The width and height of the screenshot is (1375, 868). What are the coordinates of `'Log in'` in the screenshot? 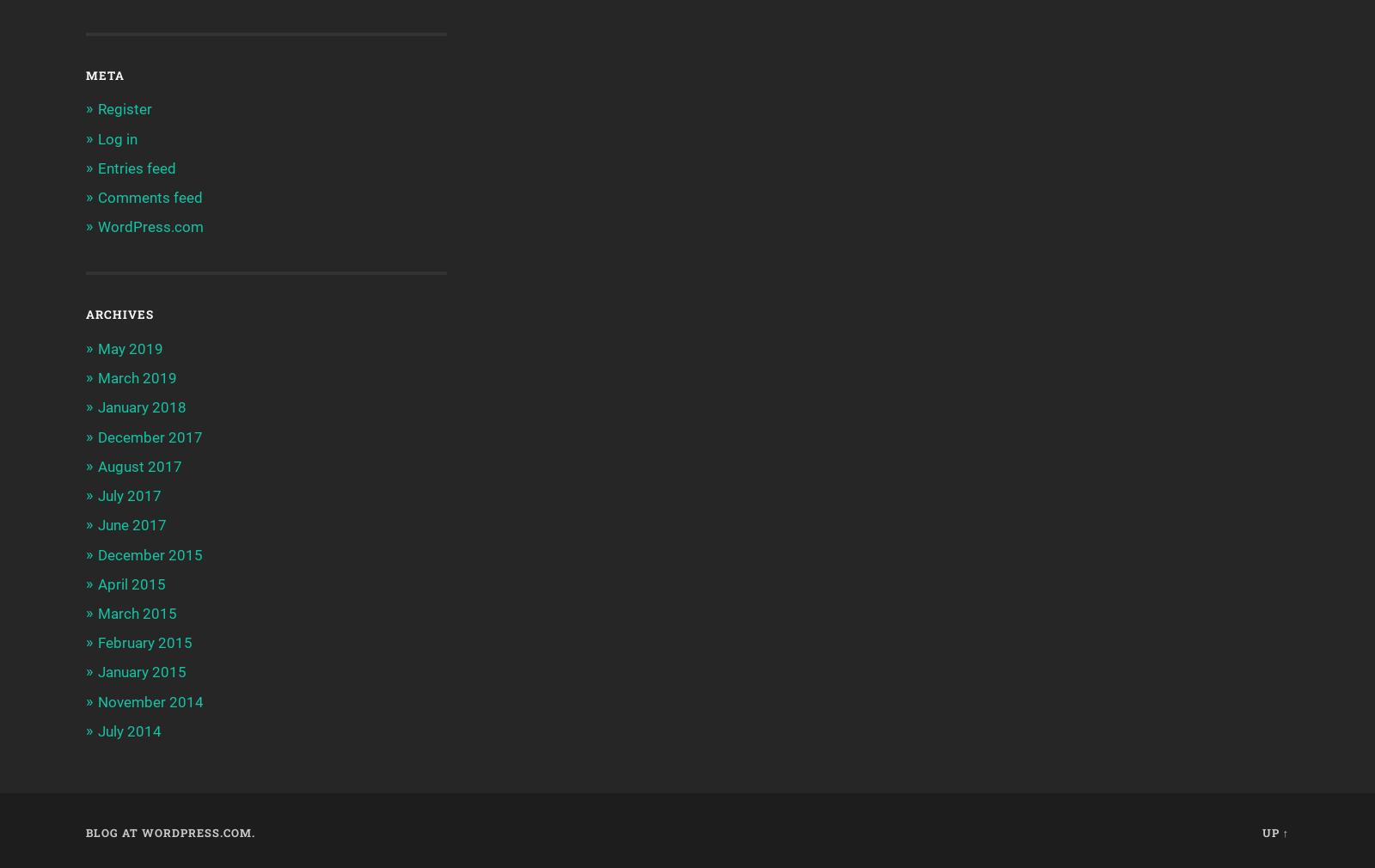 It's located at (116, 137).